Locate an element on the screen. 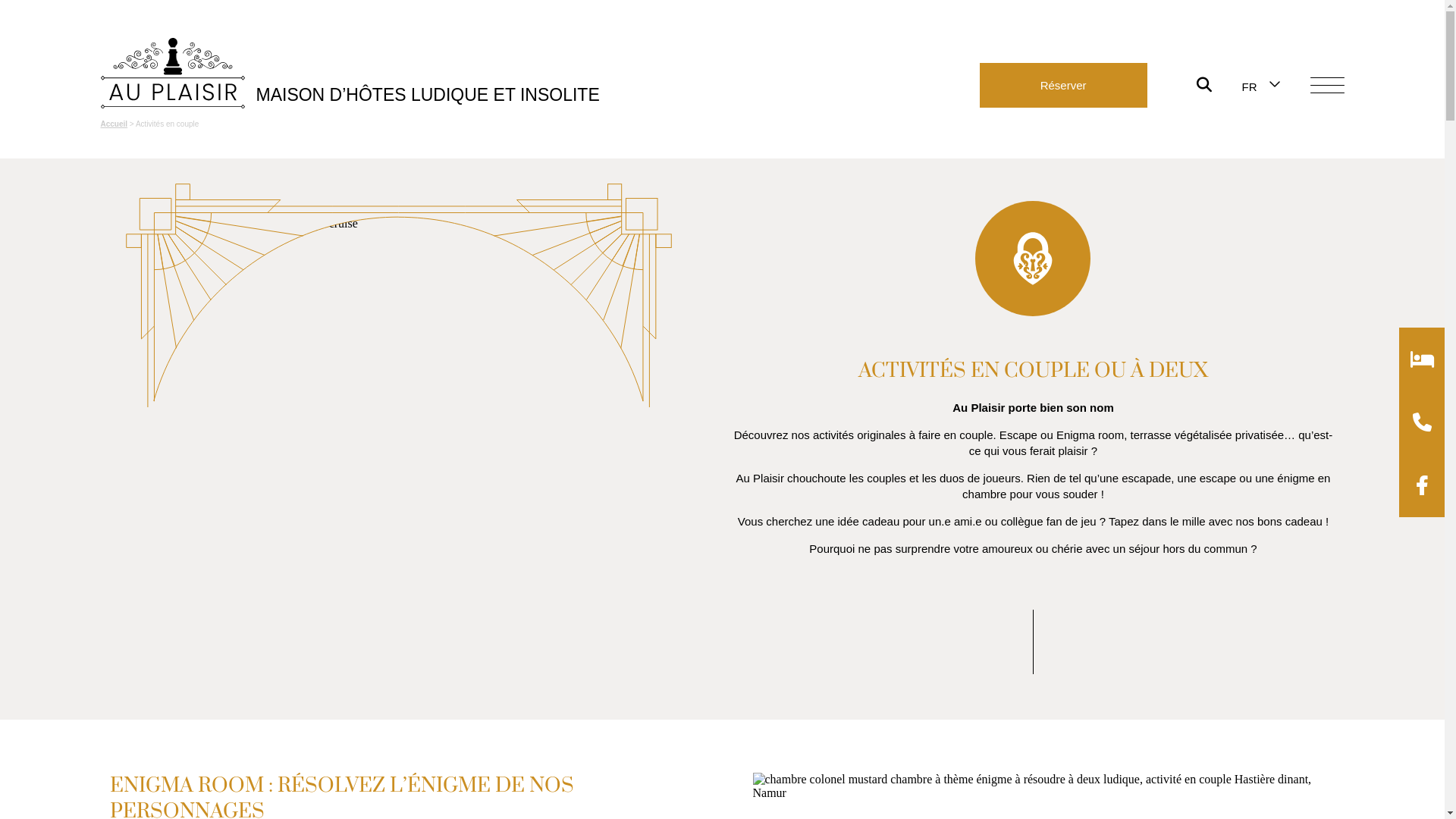 This screenshot has height=819, width=1456. 'Accueil' is located at coordinates (112, 123).